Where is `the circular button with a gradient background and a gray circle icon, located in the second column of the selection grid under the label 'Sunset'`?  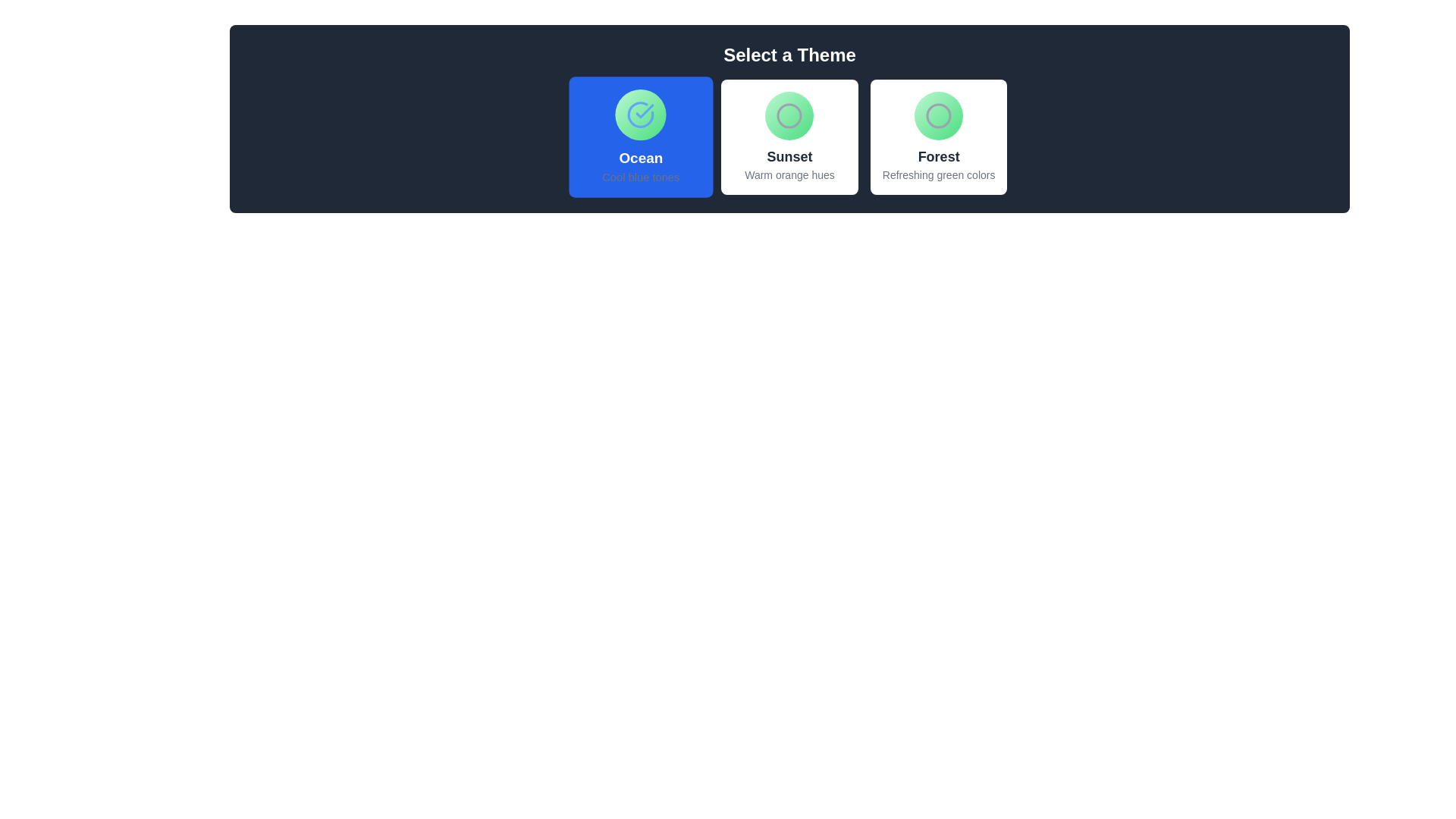
the circular button with a gradient background and a gray circle icon, located in the second column of the selection grid under the label 'Sunset' is located at coordinates (789, 115).